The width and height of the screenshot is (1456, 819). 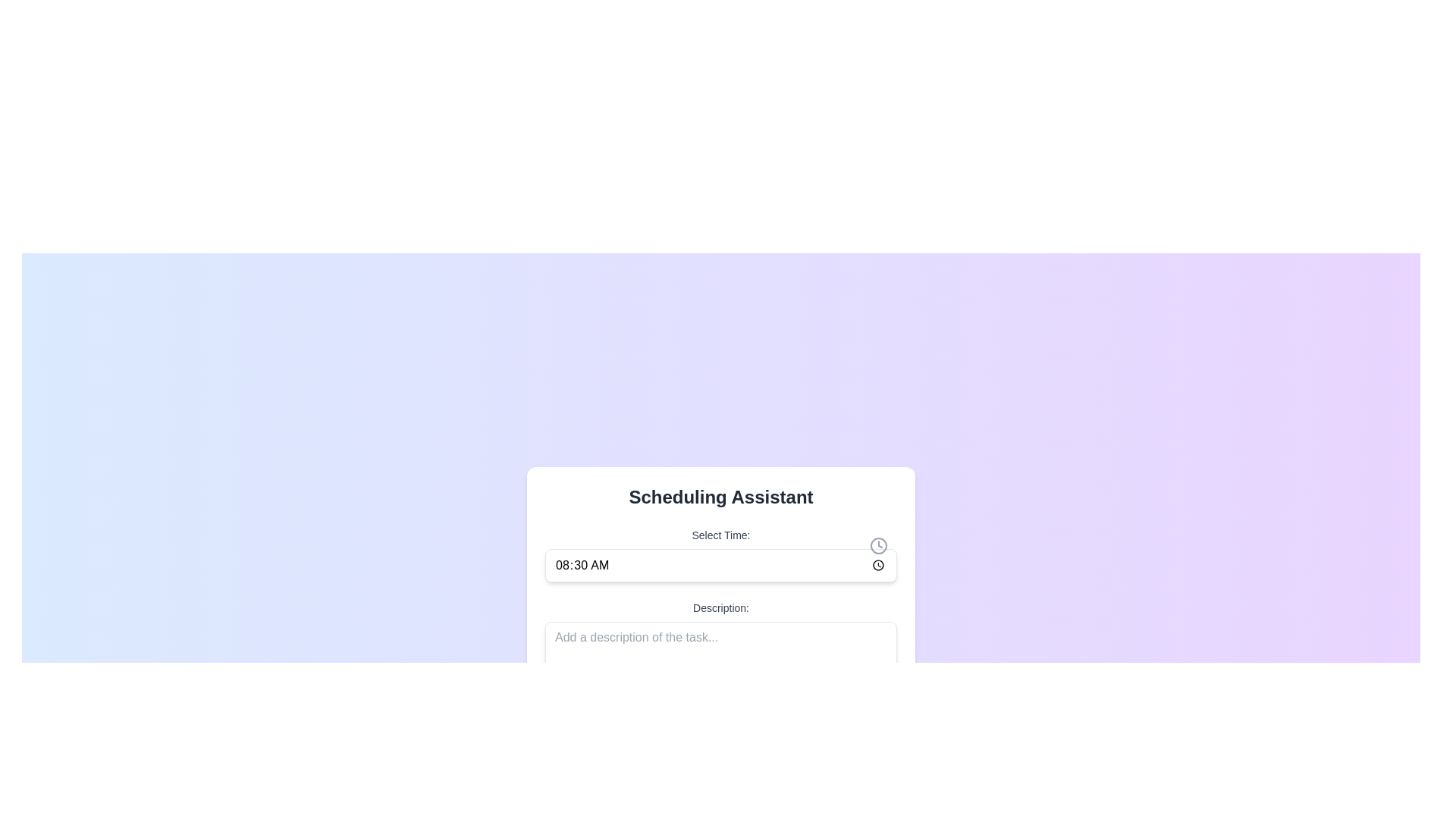 What do you see at coordinates (720, 607) in the screenshot?
I see `text of the Label that displays 'Description:' styled in gray, located below the 'Select Time:' field` at bounding box center [720, 607].